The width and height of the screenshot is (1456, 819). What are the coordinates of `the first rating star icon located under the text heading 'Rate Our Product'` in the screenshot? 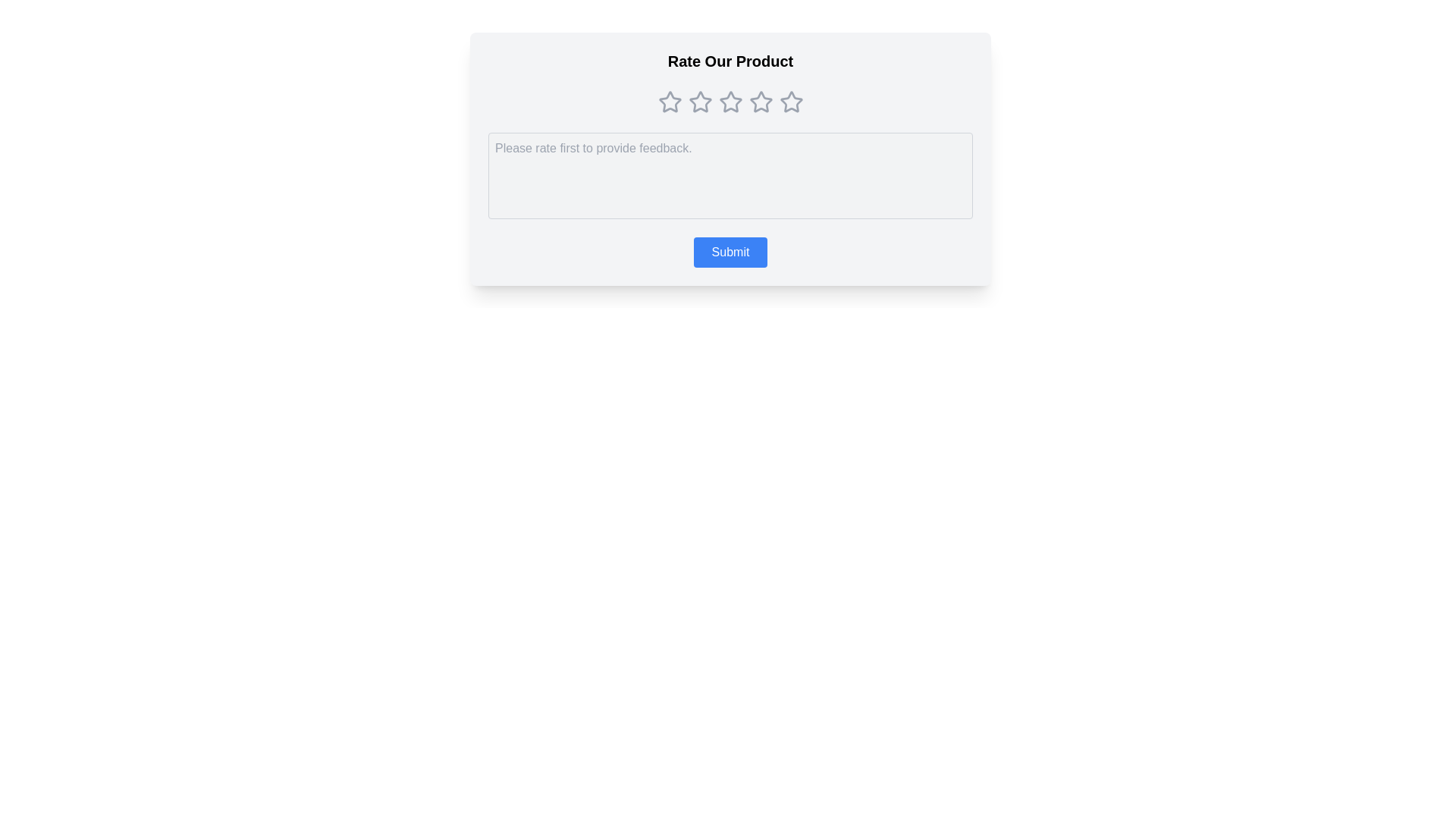 It's located at (669, 102).